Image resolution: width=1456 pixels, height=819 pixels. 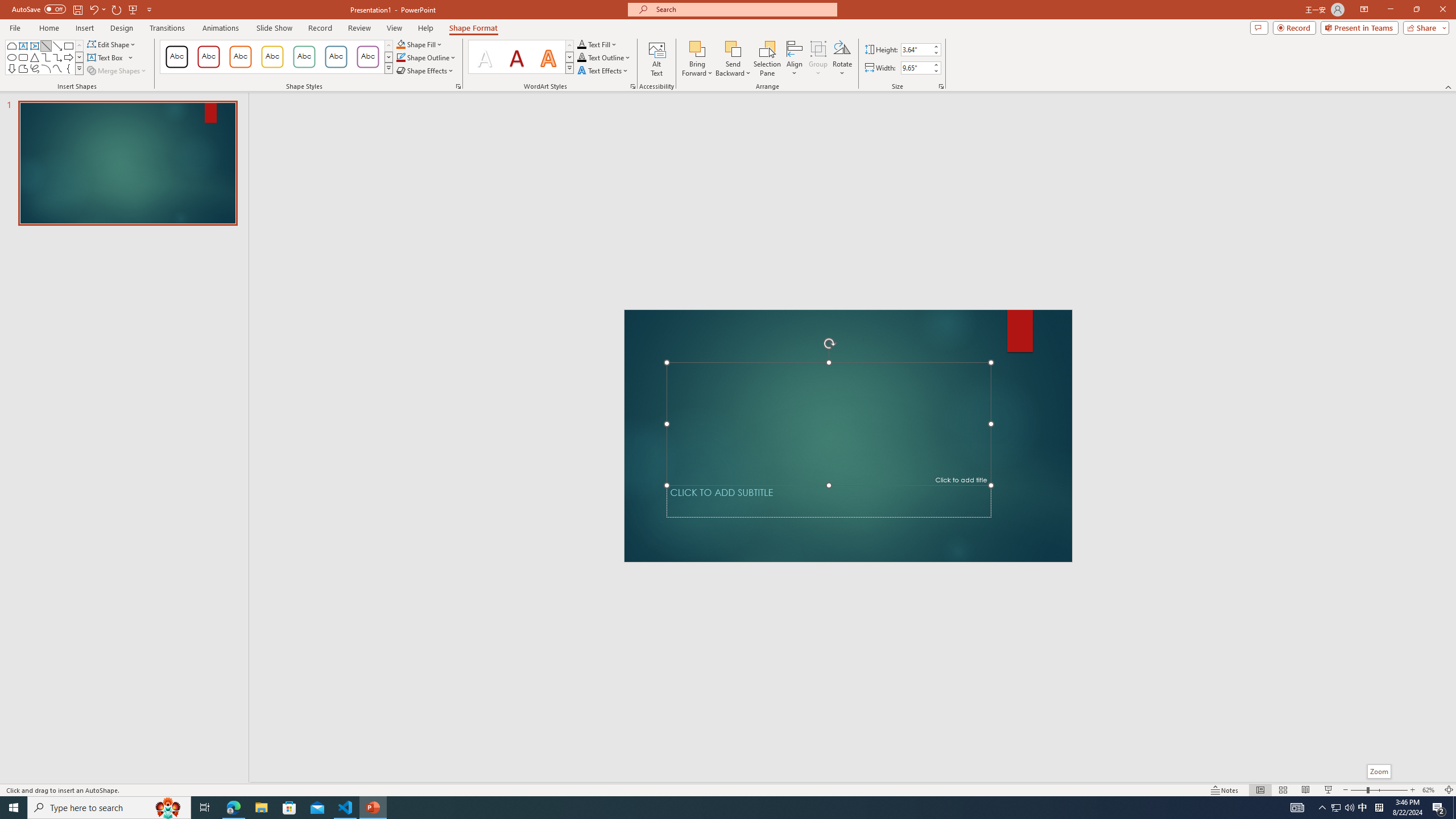 What do you see at coordinates (68, 56) in the screenshot?
I see `'Arrow: Right'` at bounding box center [68, 56].